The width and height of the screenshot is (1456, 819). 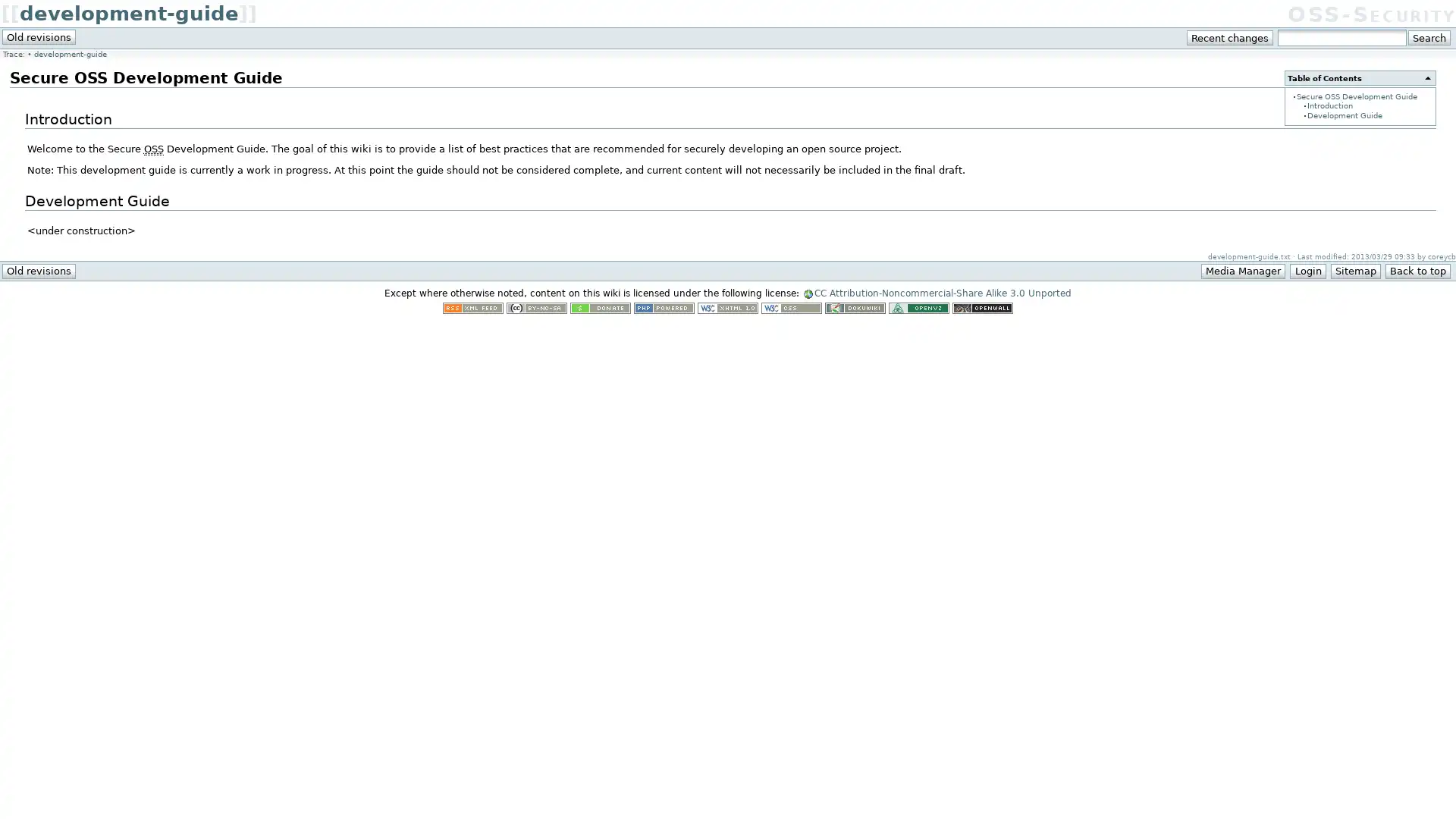 What do you see at coordinates (1307, 270) in the screenshot?
I see `Login` at bounding box center [1307, 270].